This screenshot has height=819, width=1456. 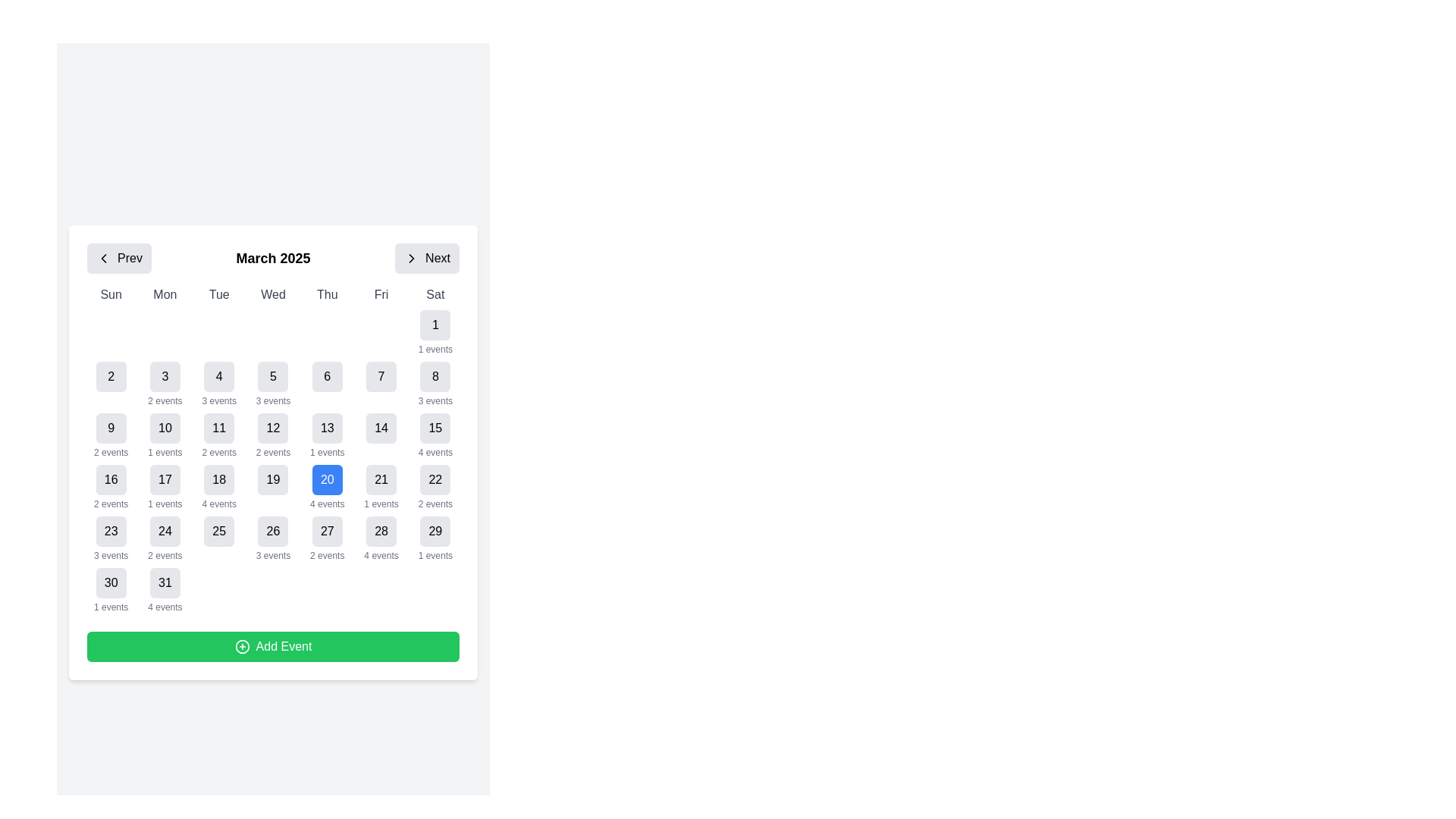 I want to click on the text label indicating the number of scheduled events for the 23rd day in the calendar, located in the fourth row and first column of the calendar layout, so click(x=110, y=555).